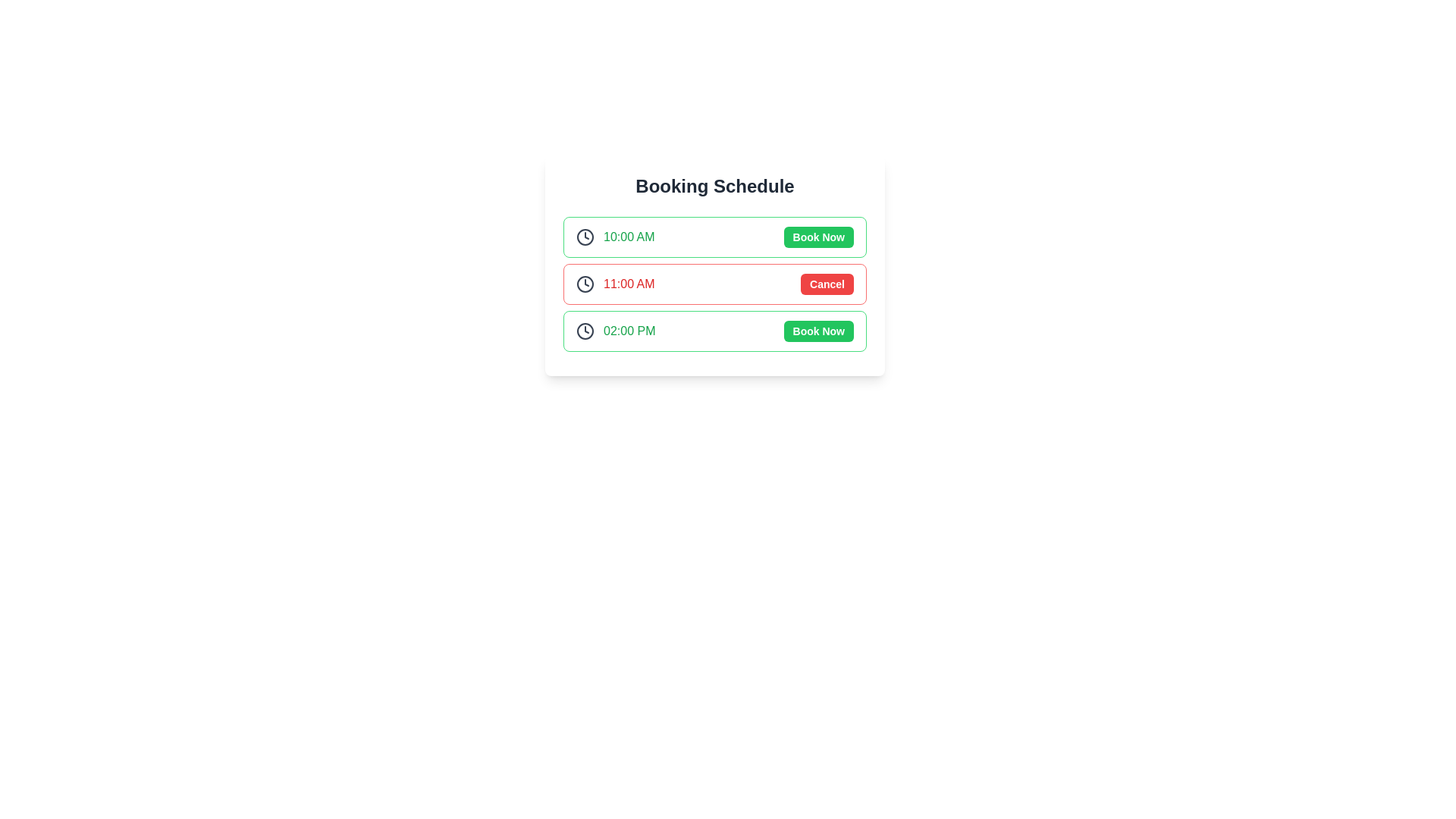 Image resolution: width=1456 pixels, height=819 pixels. Describe the element at coordinates (629, 237) in the screenshot. I see `the text display element showing the time slot '10:00 AM', which is the first entry in a vertical list of schedule options` at that location.